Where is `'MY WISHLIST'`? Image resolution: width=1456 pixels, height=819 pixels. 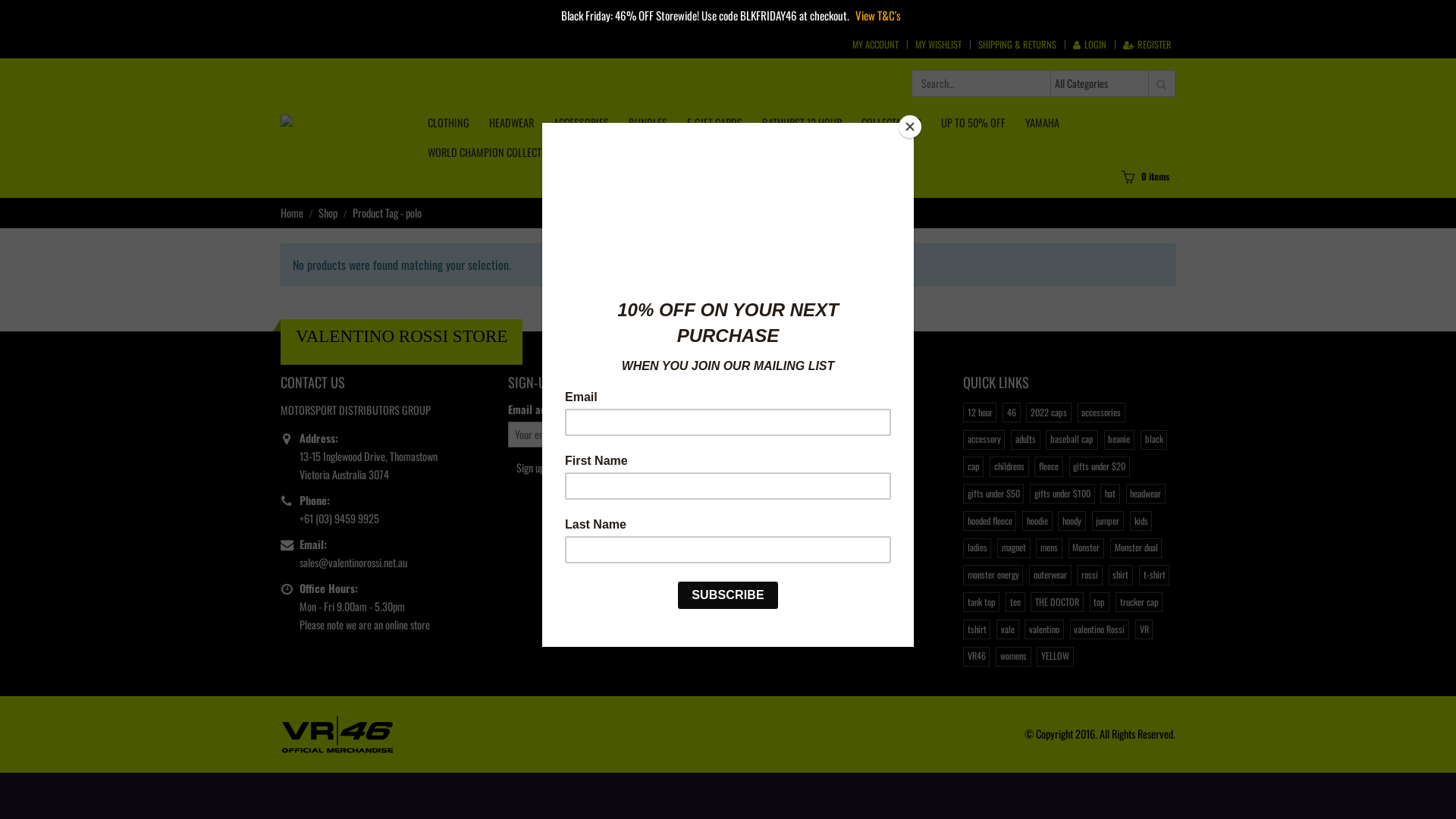
'MY WISHLIST' is located at coordinates (937, 43).